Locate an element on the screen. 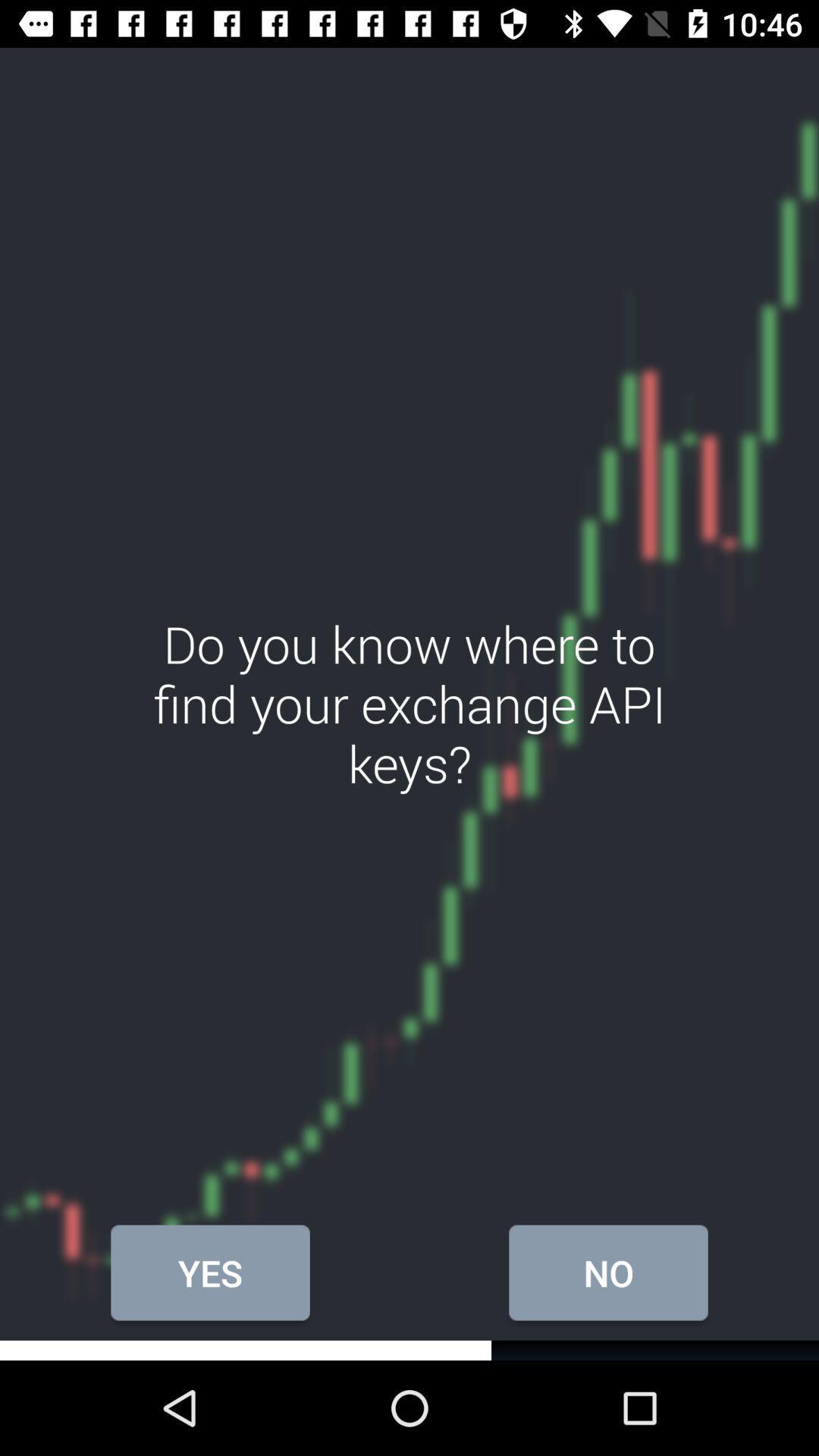  the icon to the right of the yes item is located at coordinates (607, 1272).